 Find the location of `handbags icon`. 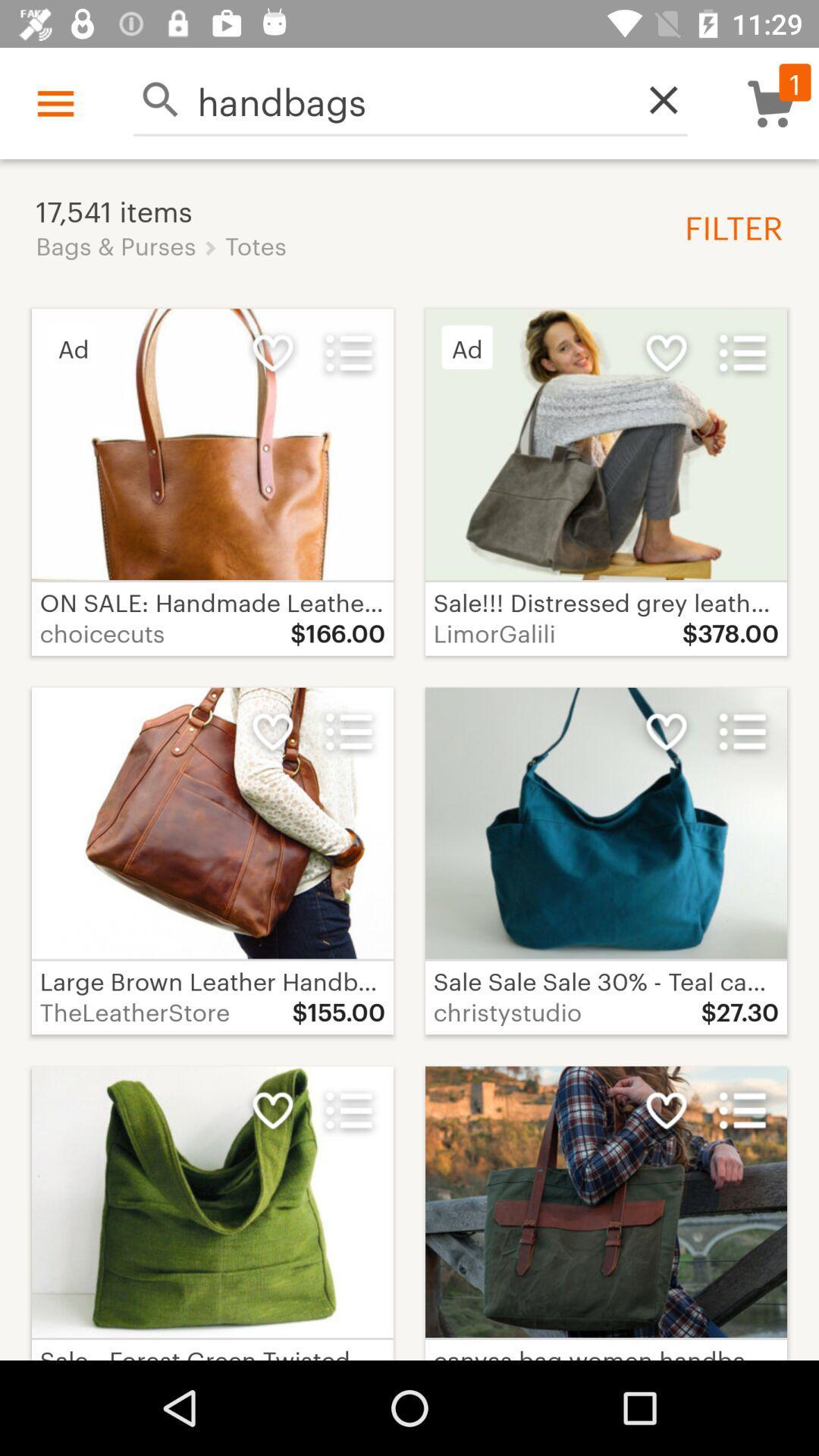

handbags icon is located at coordinates (410, 99).